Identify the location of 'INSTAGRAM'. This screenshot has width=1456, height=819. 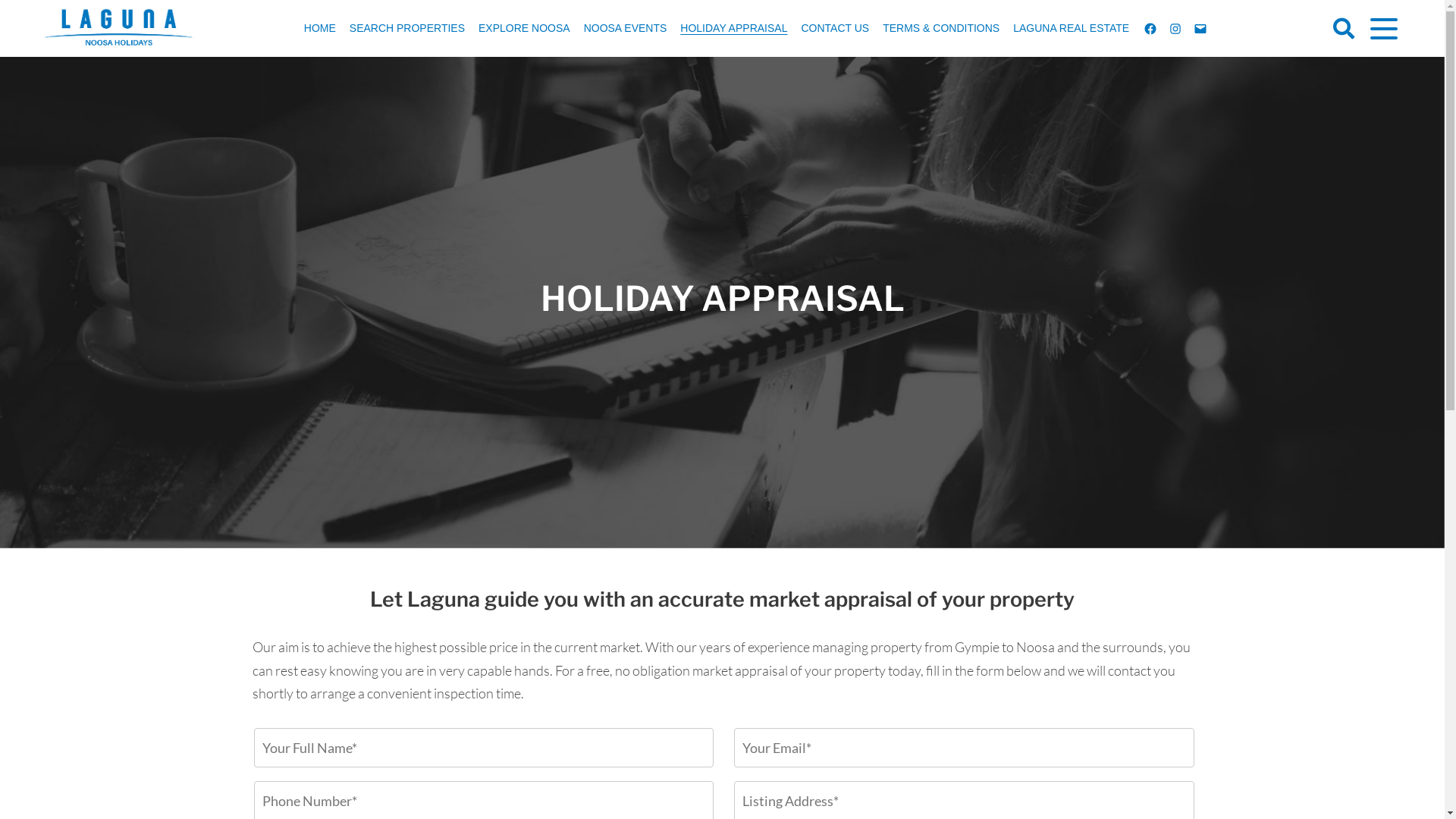
(1175, 28).